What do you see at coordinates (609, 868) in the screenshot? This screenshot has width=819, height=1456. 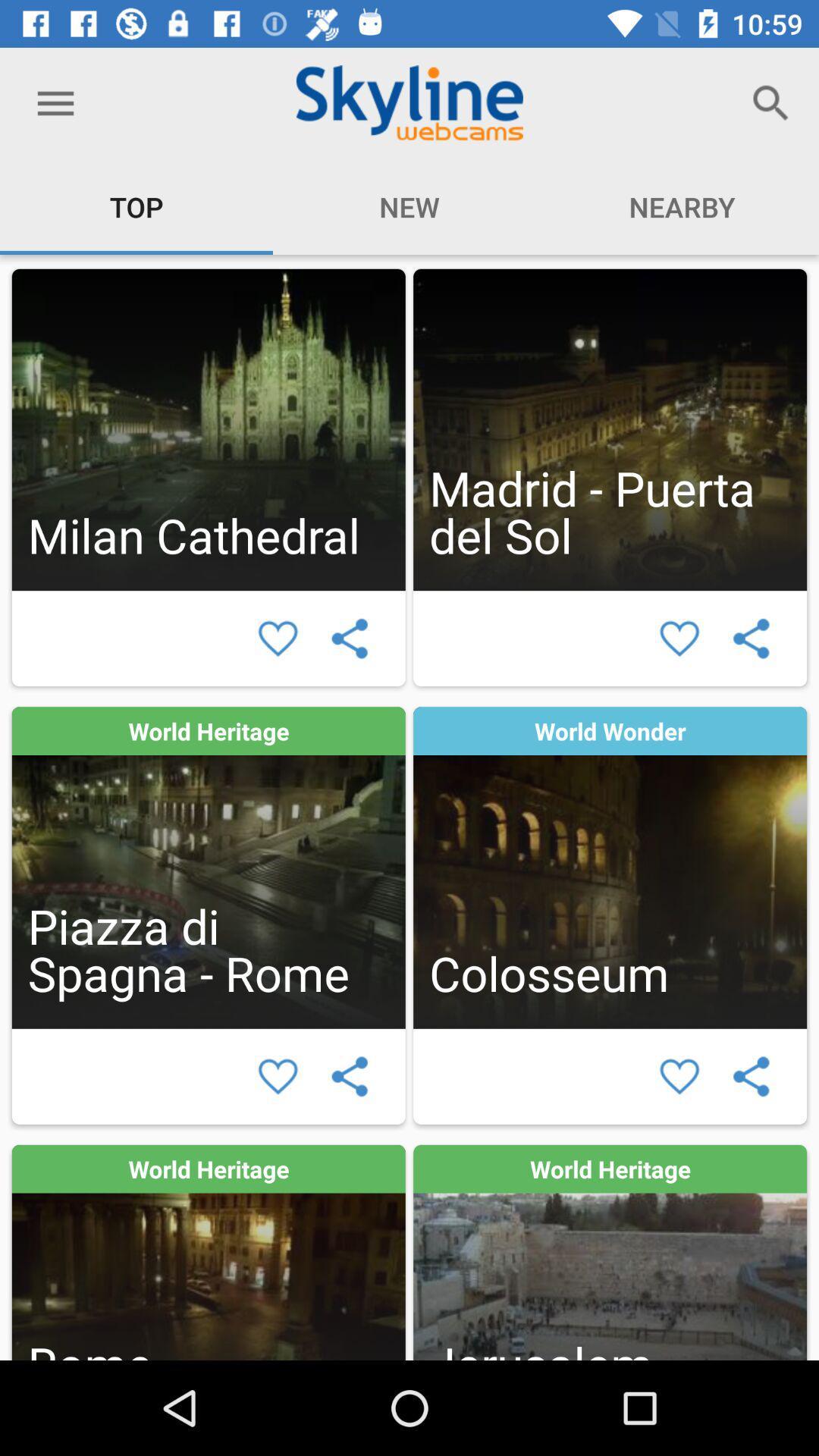 I see `webcam` at bounding box center [609, 868].